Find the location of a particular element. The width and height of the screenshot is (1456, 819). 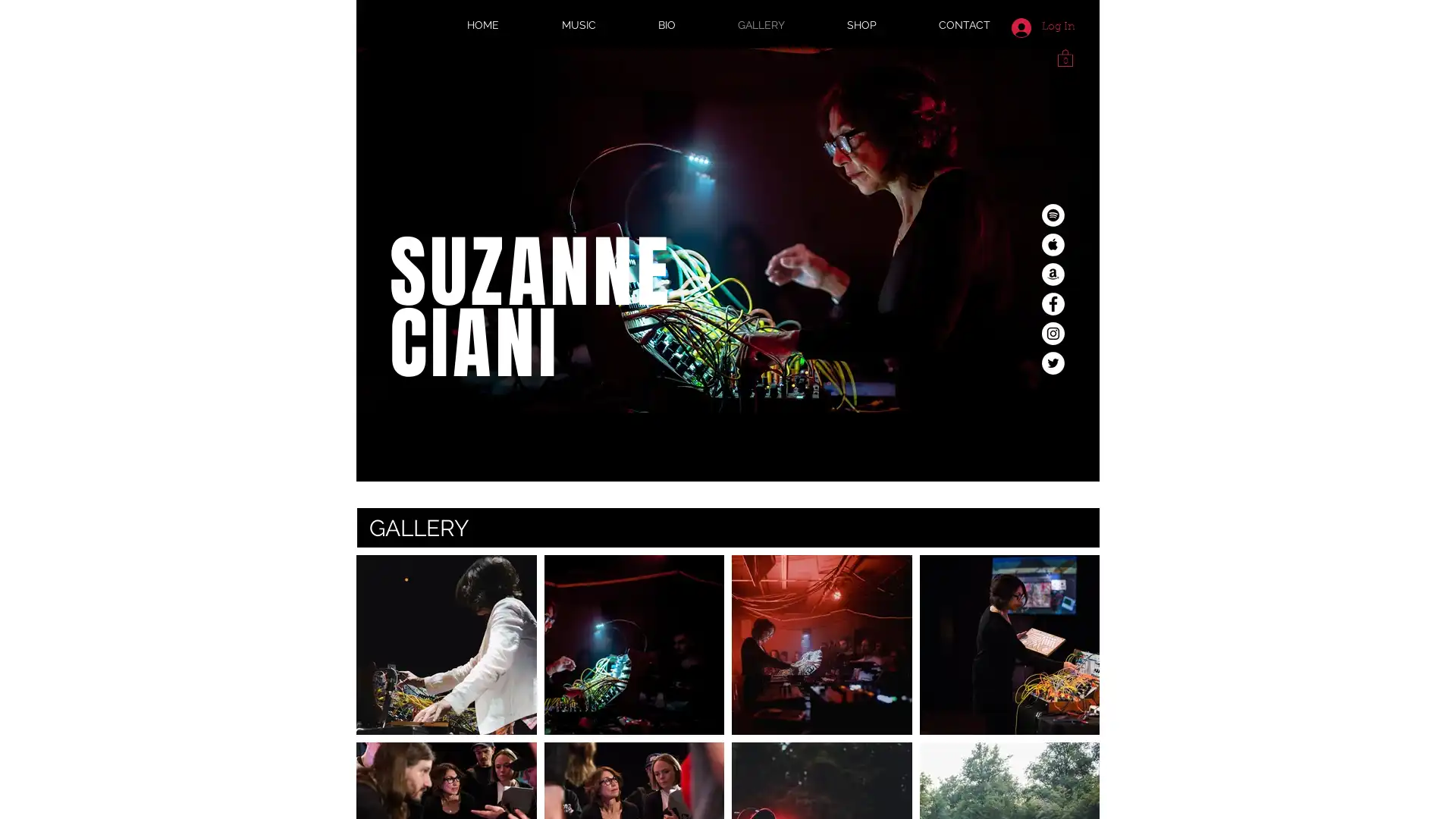

2018 for BBC Proms at Royal Albert Hall is located at coordinates (446, 645).